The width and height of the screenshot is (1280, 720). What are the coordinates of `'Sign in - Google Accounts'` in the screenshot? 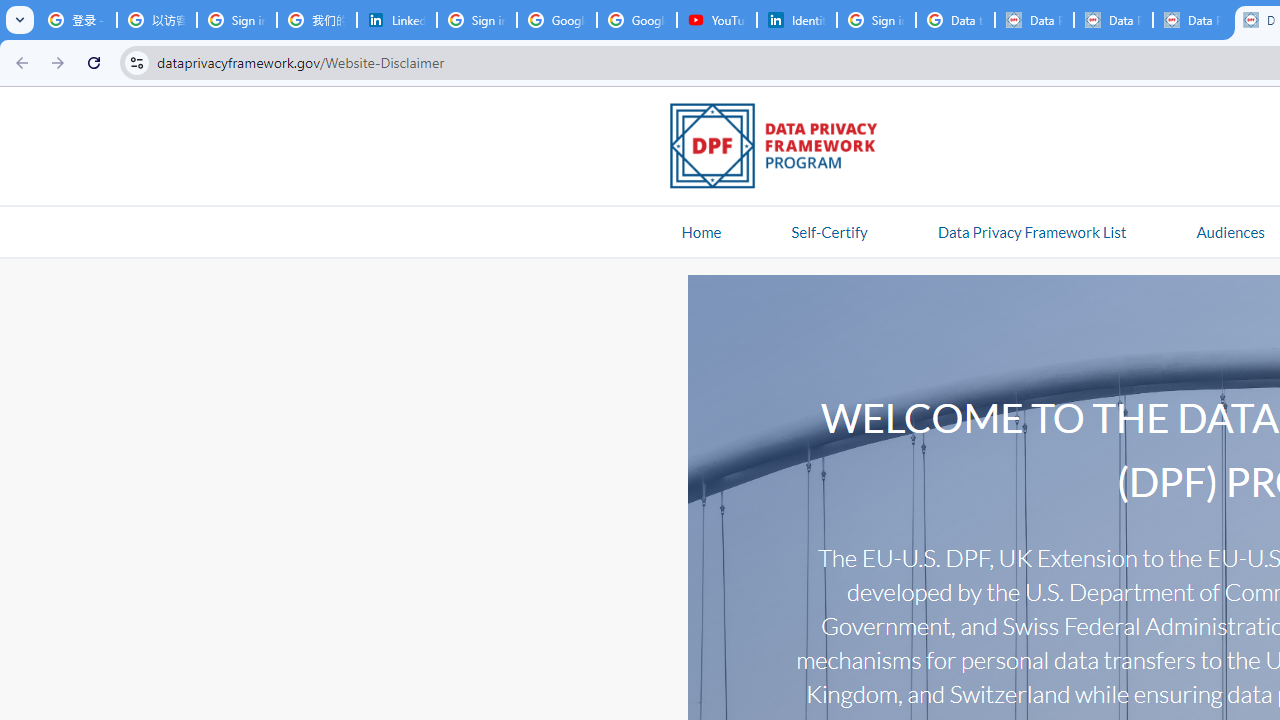 It's located at (236, 20).